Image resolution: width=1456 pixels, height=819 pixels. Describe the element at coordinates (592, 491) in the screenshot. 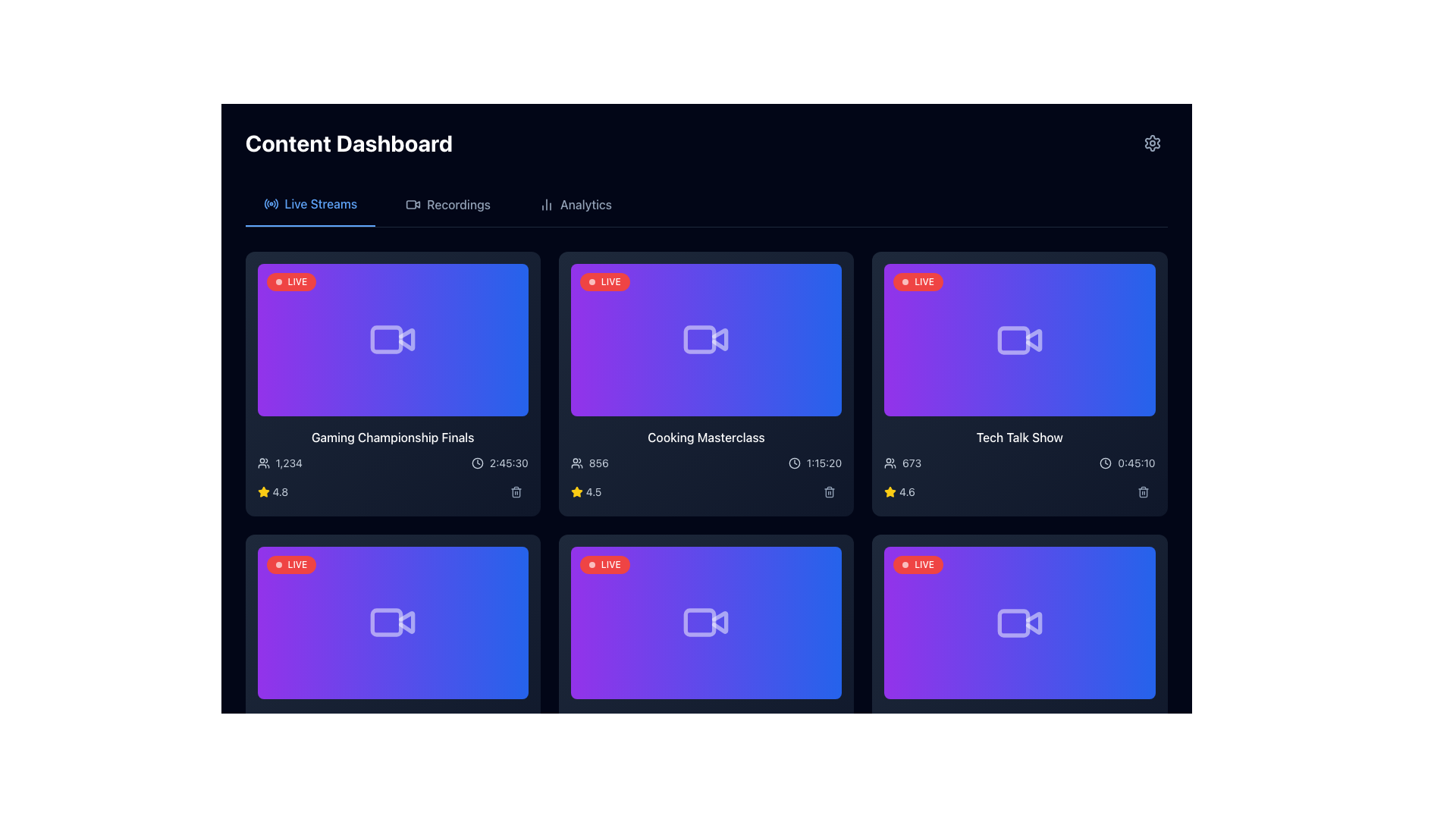

I see `displayed rating value from the text label located in the second grid item of the 'Cooking Masterclass' card, to the right of the yellow star icon` at that location.